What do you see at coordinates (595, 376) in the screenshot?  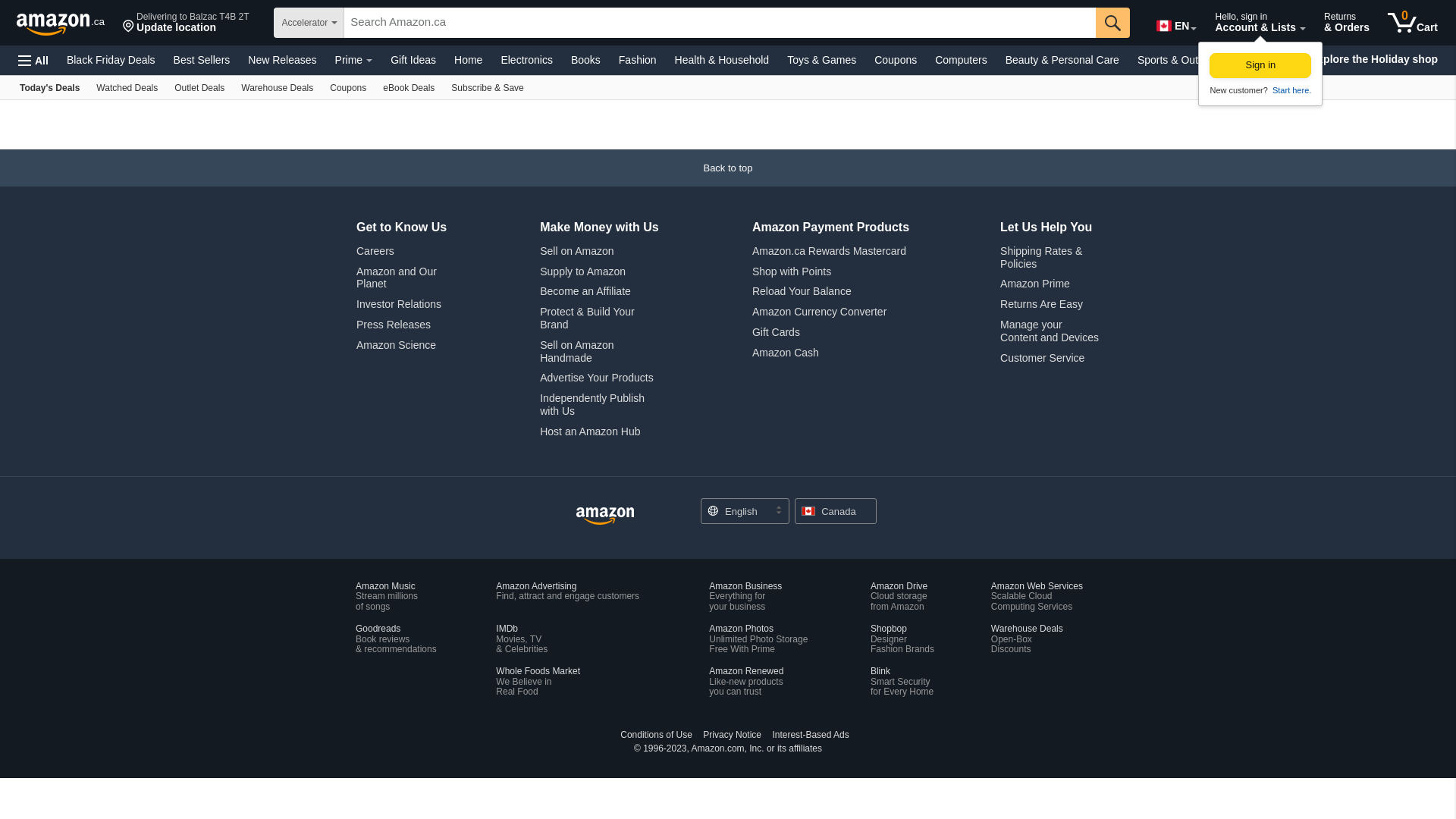 I see `'Advertise Your Products'` at bounding box center [595, 376].